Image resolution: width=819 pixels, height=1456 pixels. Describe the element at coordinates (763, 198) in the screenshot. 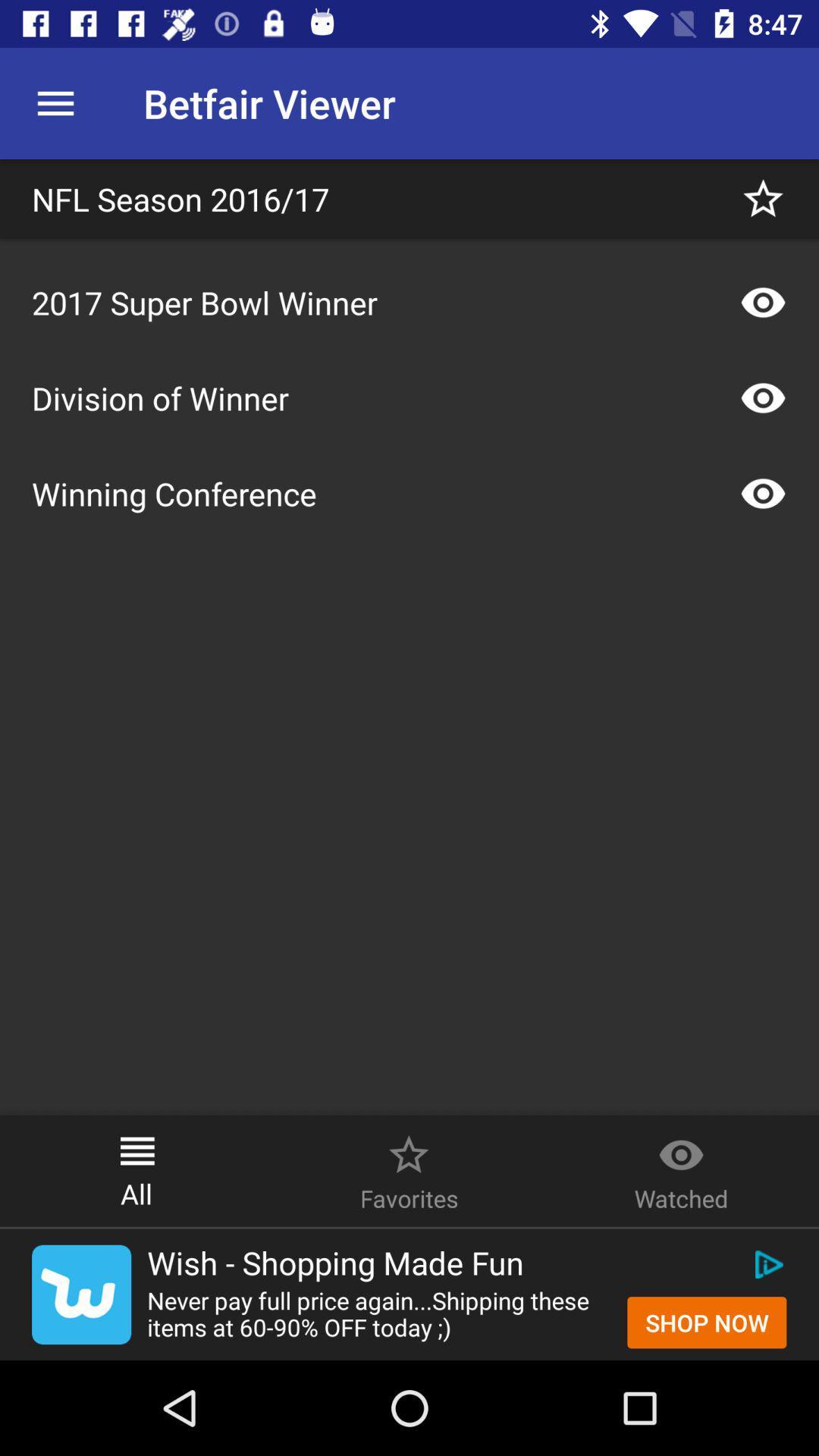

I see `icon next to the nfl season 2016 icon` at that location.